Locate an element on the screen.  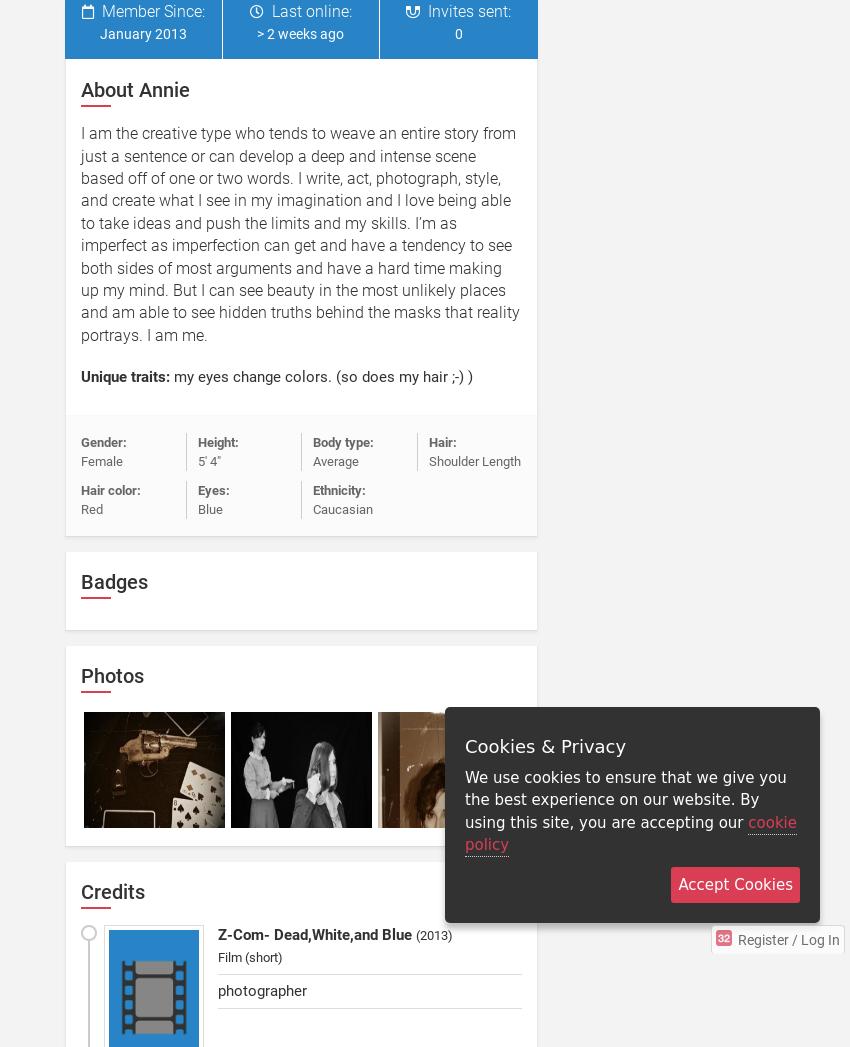
'(' is located at coordinates (418, 935).